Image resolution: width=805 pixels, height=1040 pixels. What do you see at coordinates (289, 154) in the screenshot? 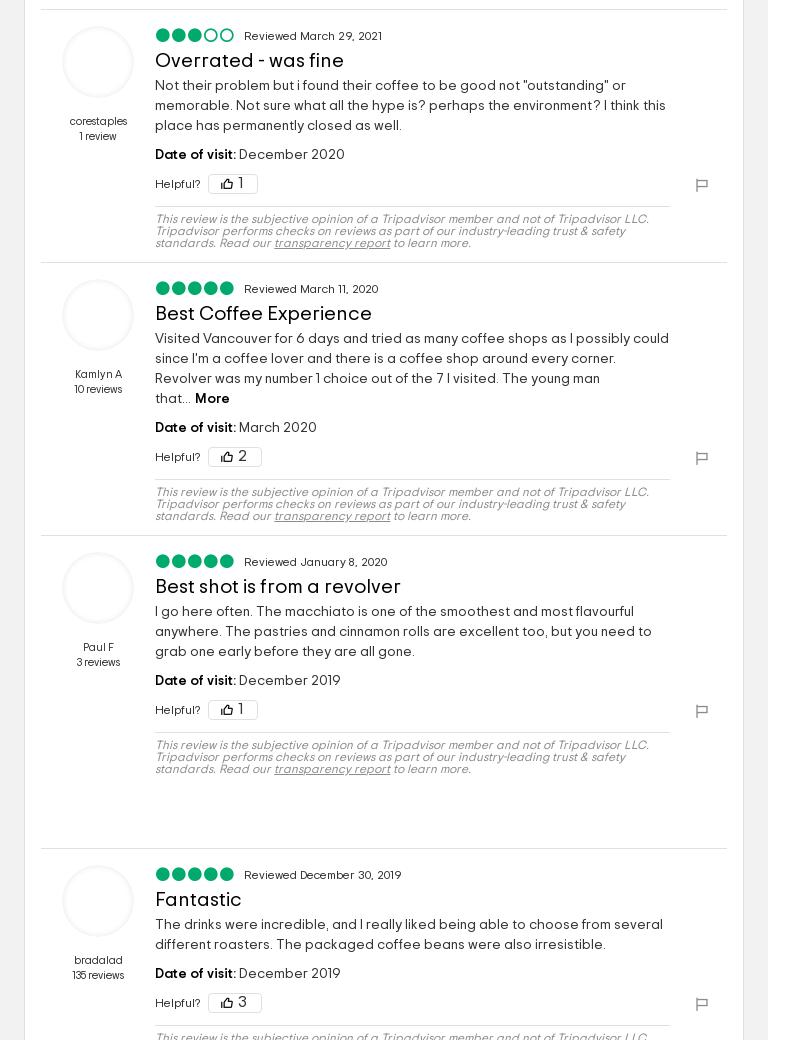
I see `'December 2020'` at bounding box center [289, 154].